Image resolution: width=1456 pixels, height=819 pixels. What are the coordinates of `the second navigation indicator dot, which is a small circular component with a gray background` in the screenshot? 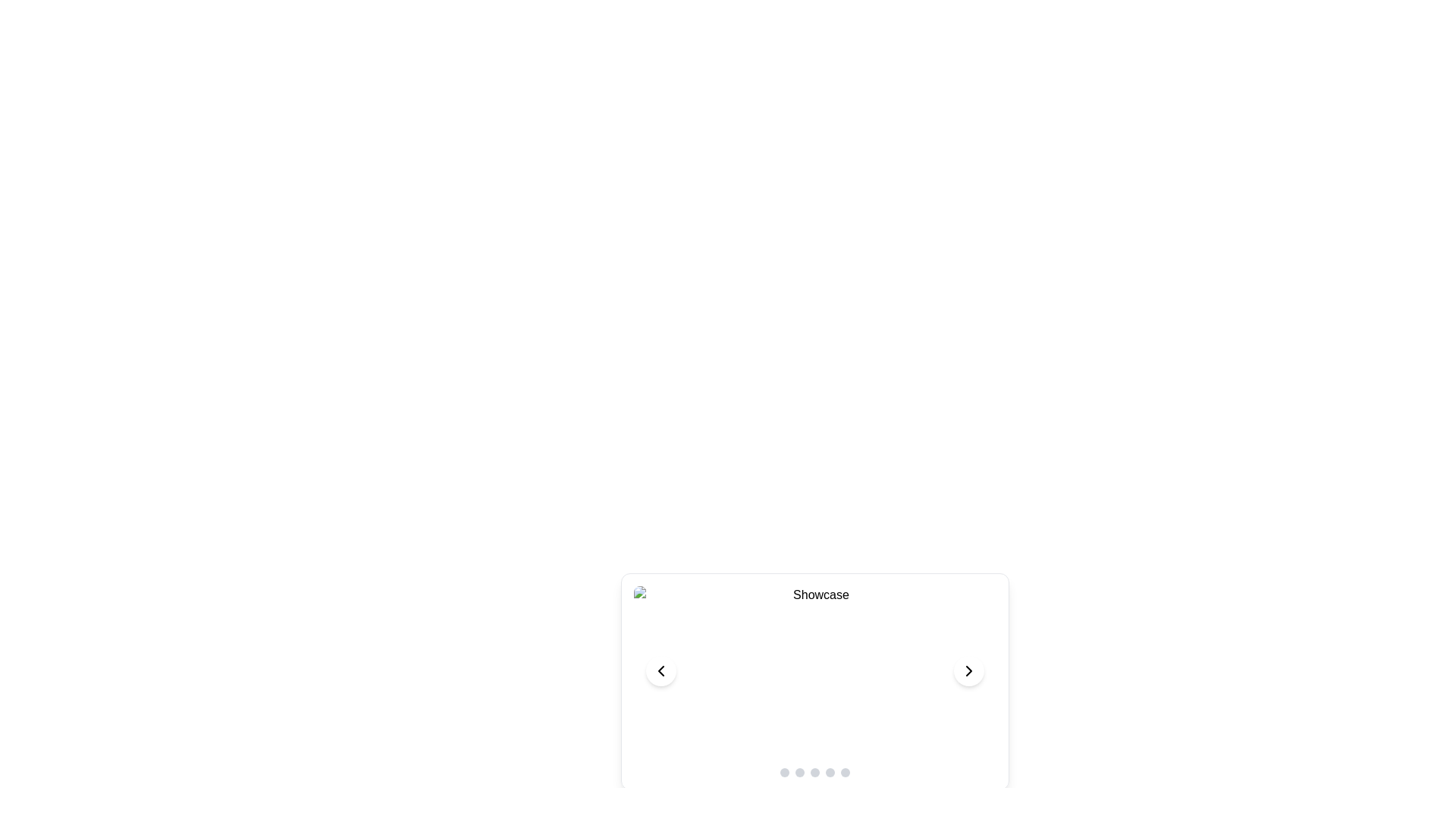 It's located at (799, 772).